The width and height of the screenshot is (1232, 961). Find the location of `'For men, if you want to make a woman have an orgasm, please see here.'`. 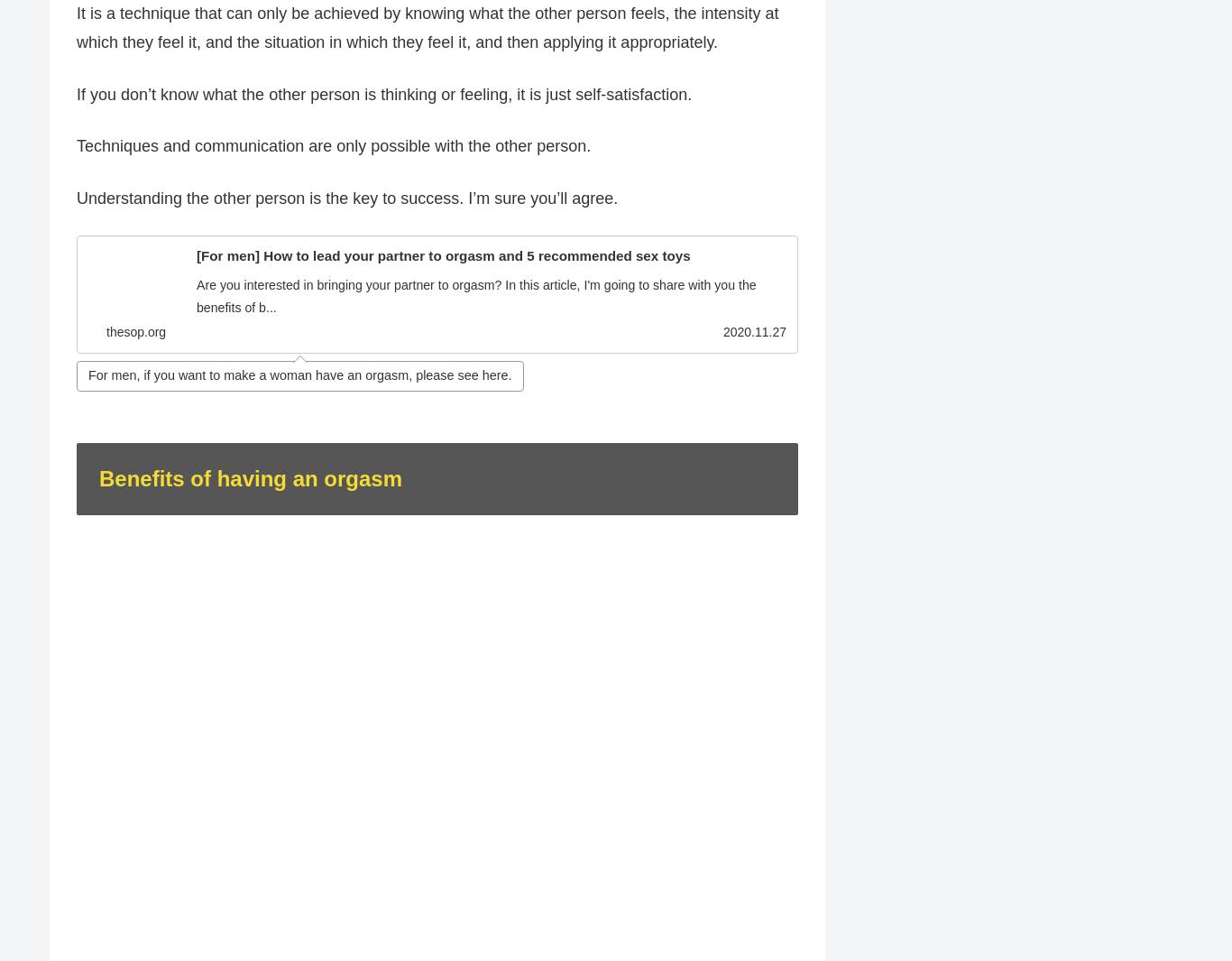

'For men, if you want to make a woman have an orgasm, please see here.' is located at coordinates (299, 374).